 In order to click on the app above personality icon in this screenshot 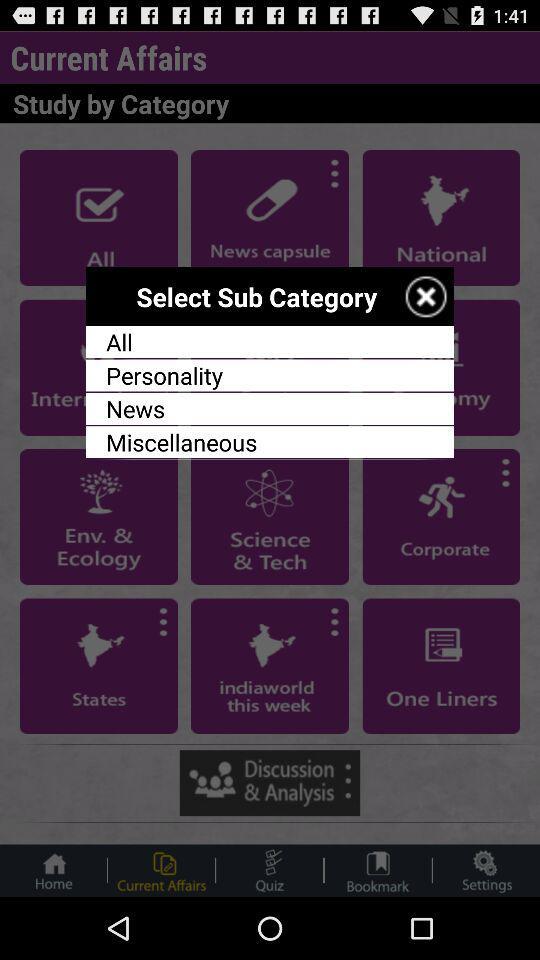, I will do `click(270, 342)`.